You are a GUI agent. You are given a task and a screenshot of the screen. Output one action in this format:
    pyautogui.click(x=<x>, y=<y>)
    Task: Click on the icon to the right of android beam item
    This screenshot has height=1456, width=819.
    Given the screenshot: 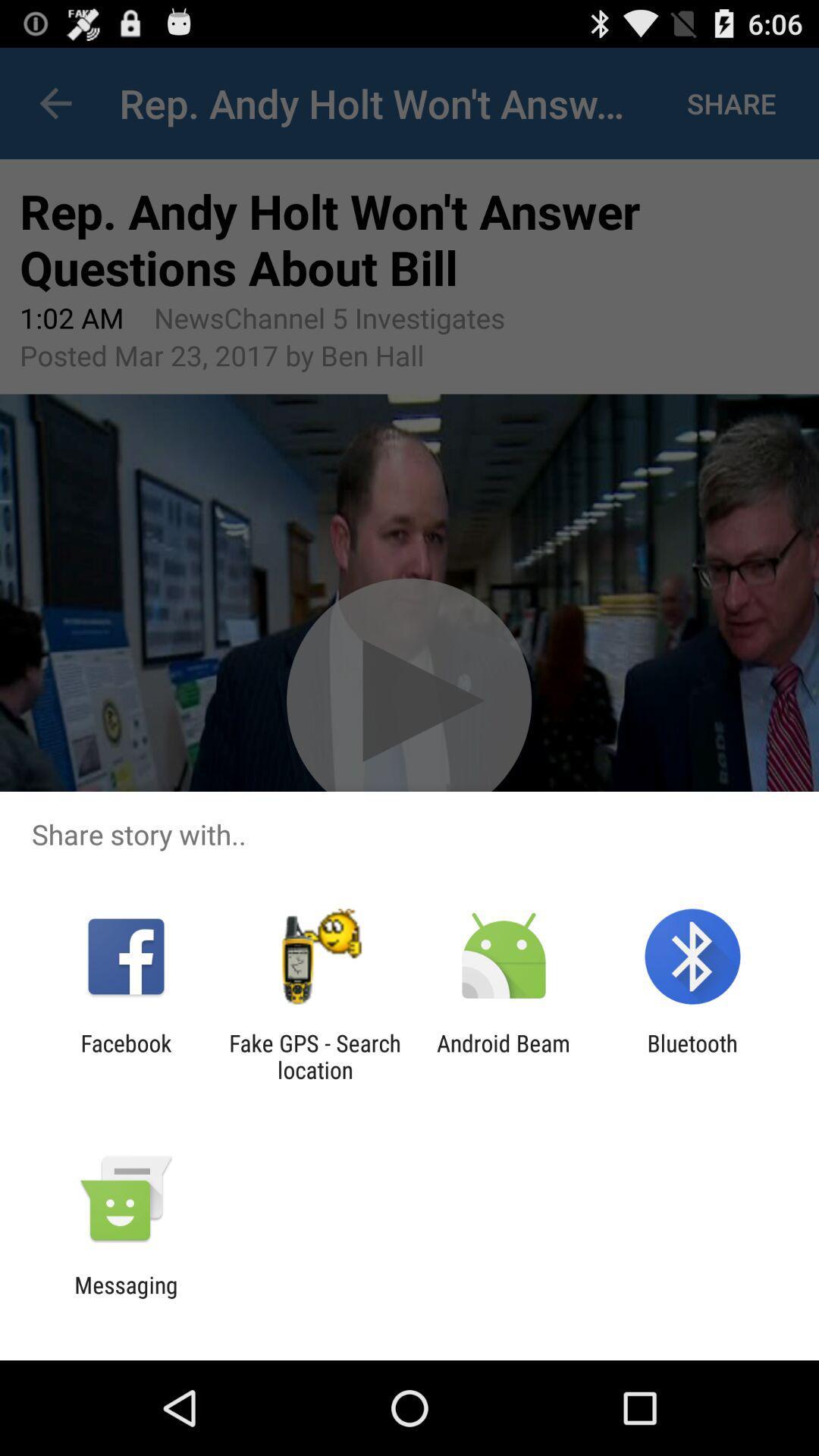 What is the action you would take?
    pyautogui.click(x=692, y=1056)
    